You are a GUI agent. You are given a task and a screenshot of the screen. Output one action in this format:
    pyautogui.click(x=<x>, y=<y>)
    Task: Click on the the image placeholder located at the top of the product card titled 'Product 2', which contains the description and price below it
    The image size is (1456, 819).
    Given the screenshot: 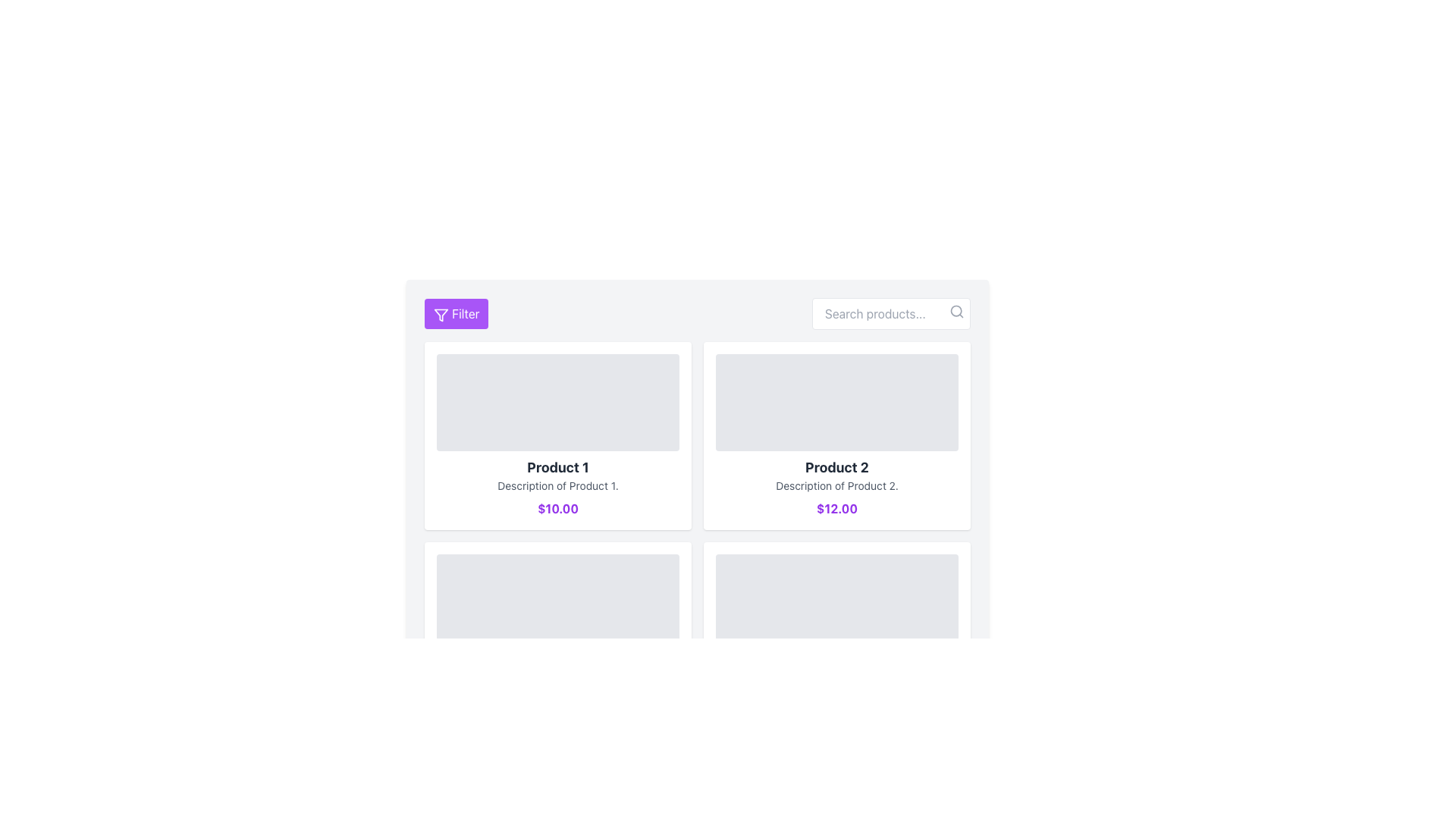 What is the action you would take?
    pyautogui.click(x=836, y=402)
    